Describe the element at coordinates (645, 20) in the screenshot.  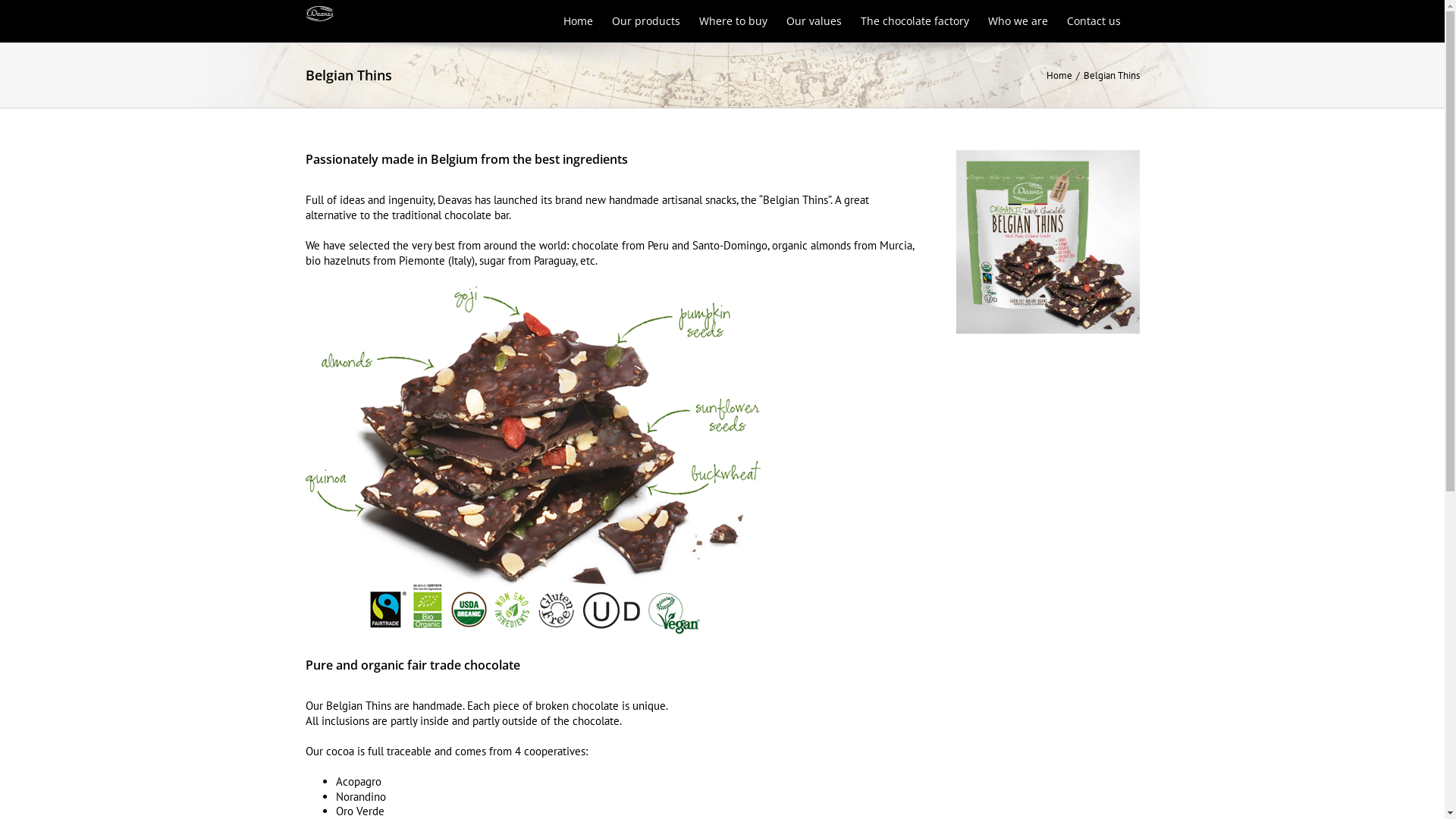
I see `'Our products'` at that location.